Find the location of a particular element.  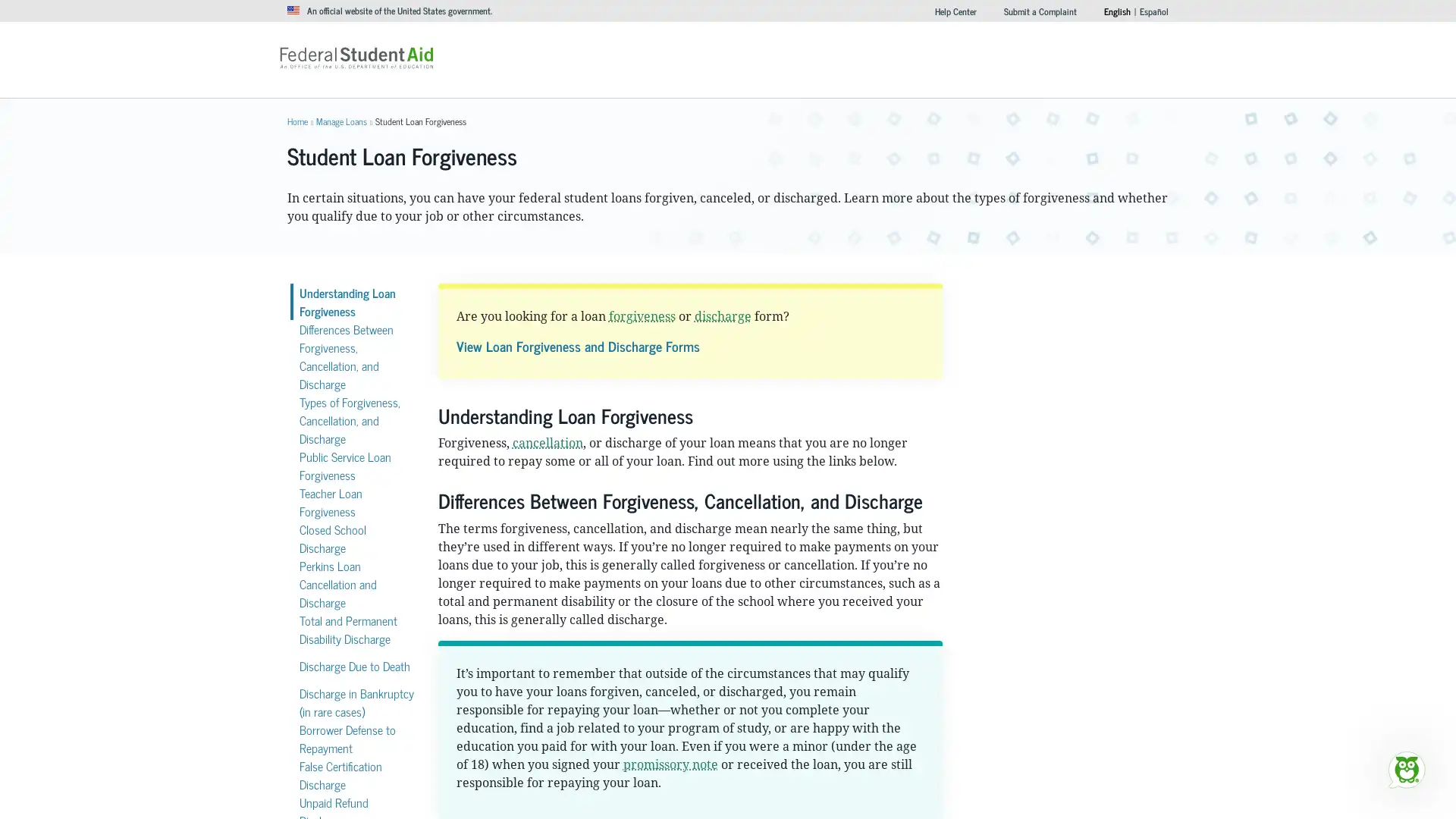

Espanol is located at coordinates (1153, 11).